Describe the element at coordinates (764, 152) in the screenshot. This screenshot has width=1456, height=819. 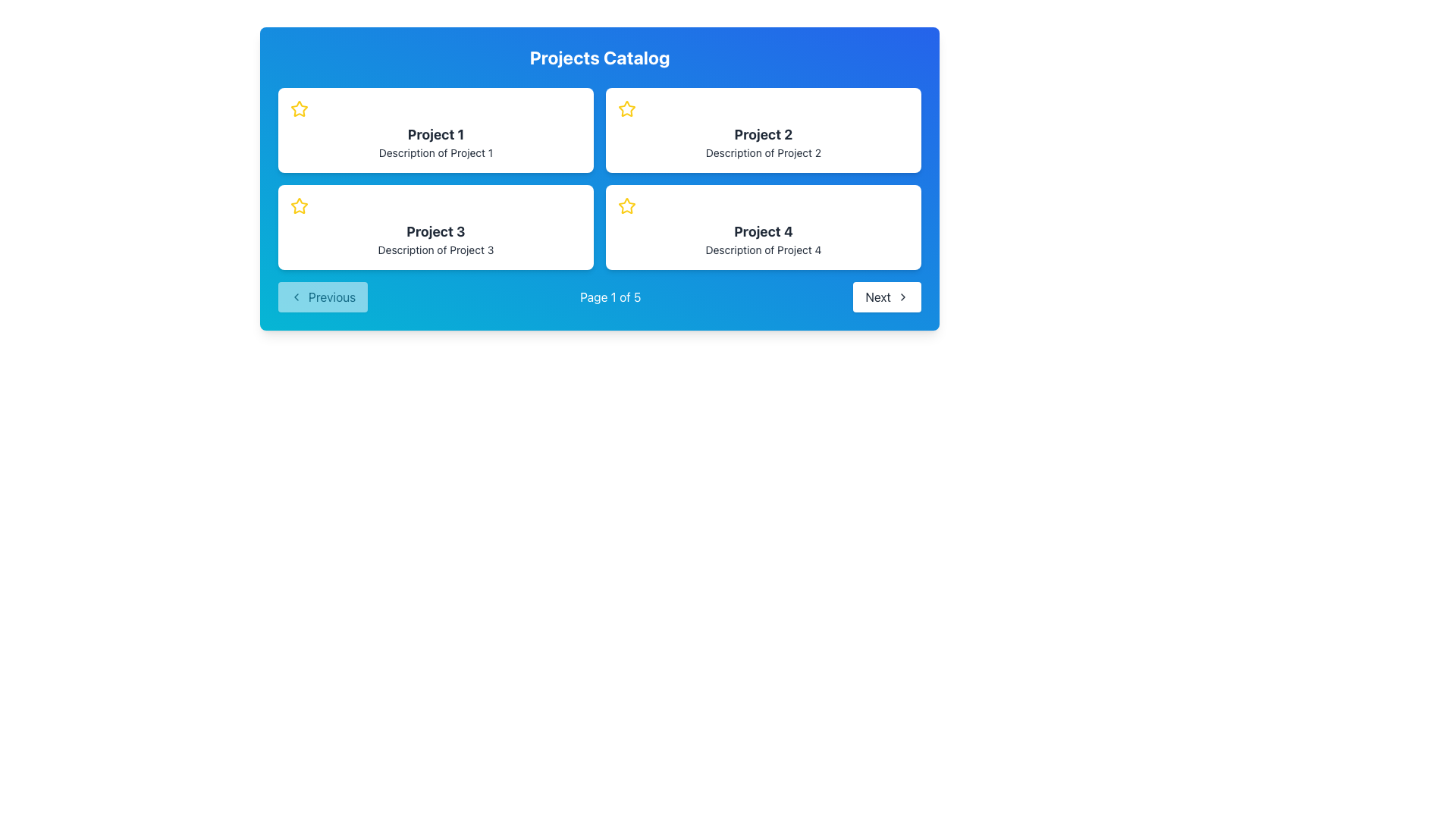
I see `the static text label that reads 'Description of Project 2', which is located below the title 'Project 2' in the right-hand column of a two-column layout` at that location.